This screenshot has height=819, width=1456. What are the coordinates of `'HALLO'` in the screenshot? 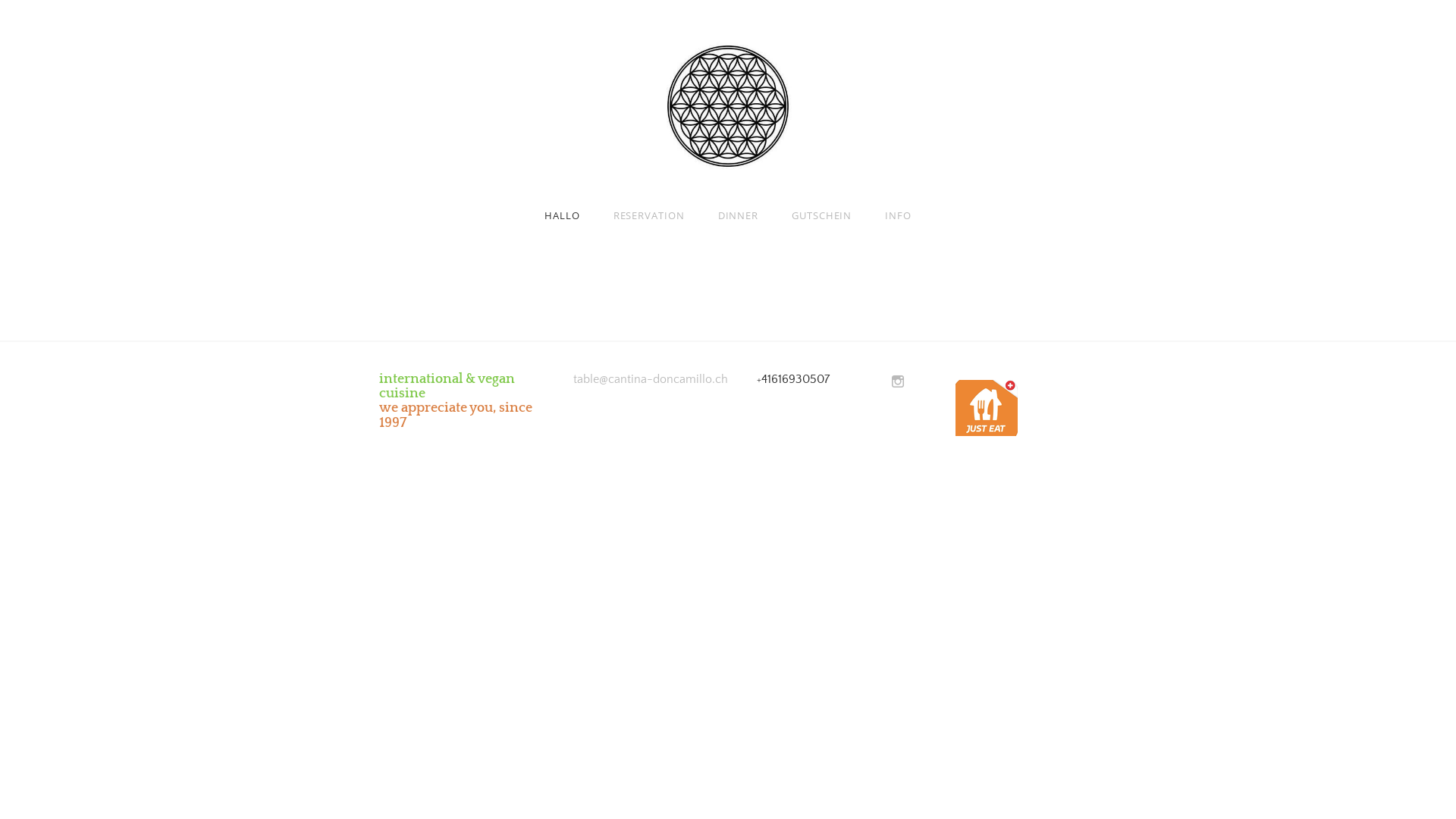 It's located at (561, 215).